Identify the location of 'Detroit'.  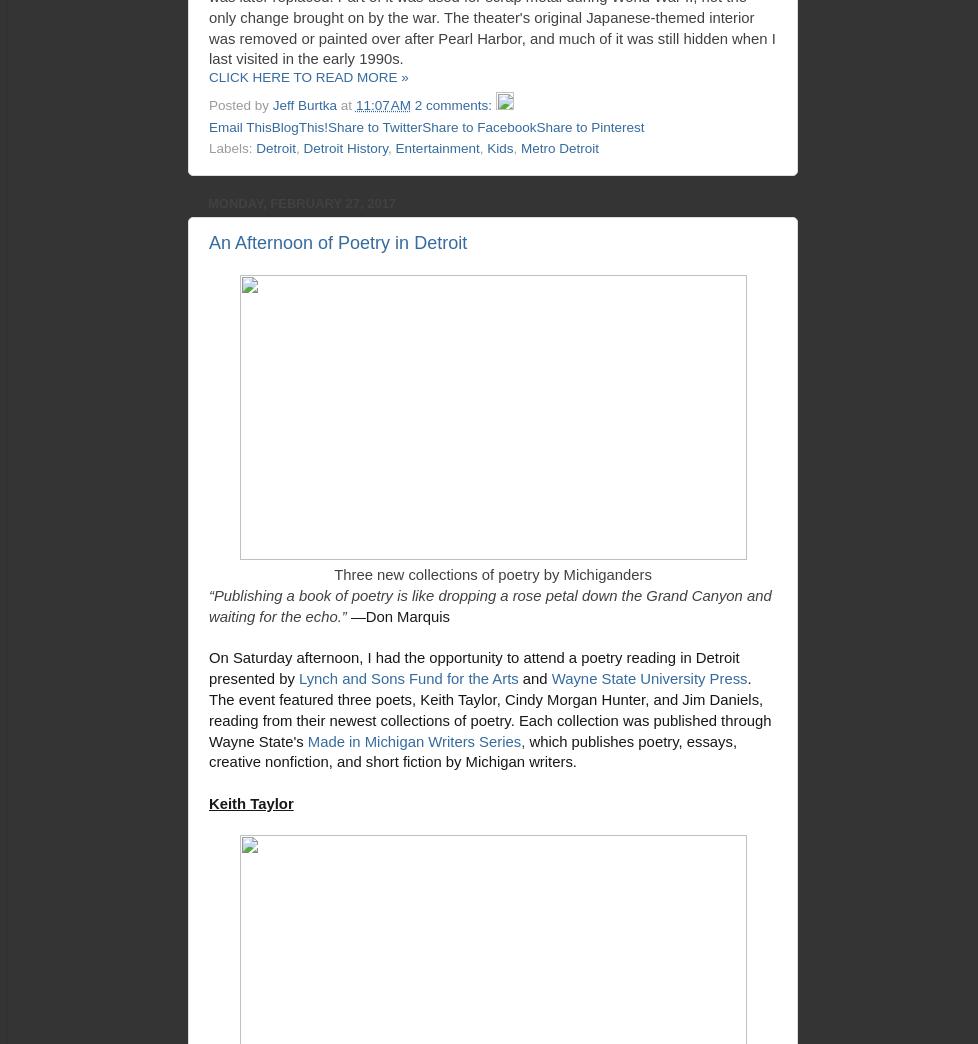
(274, 147).